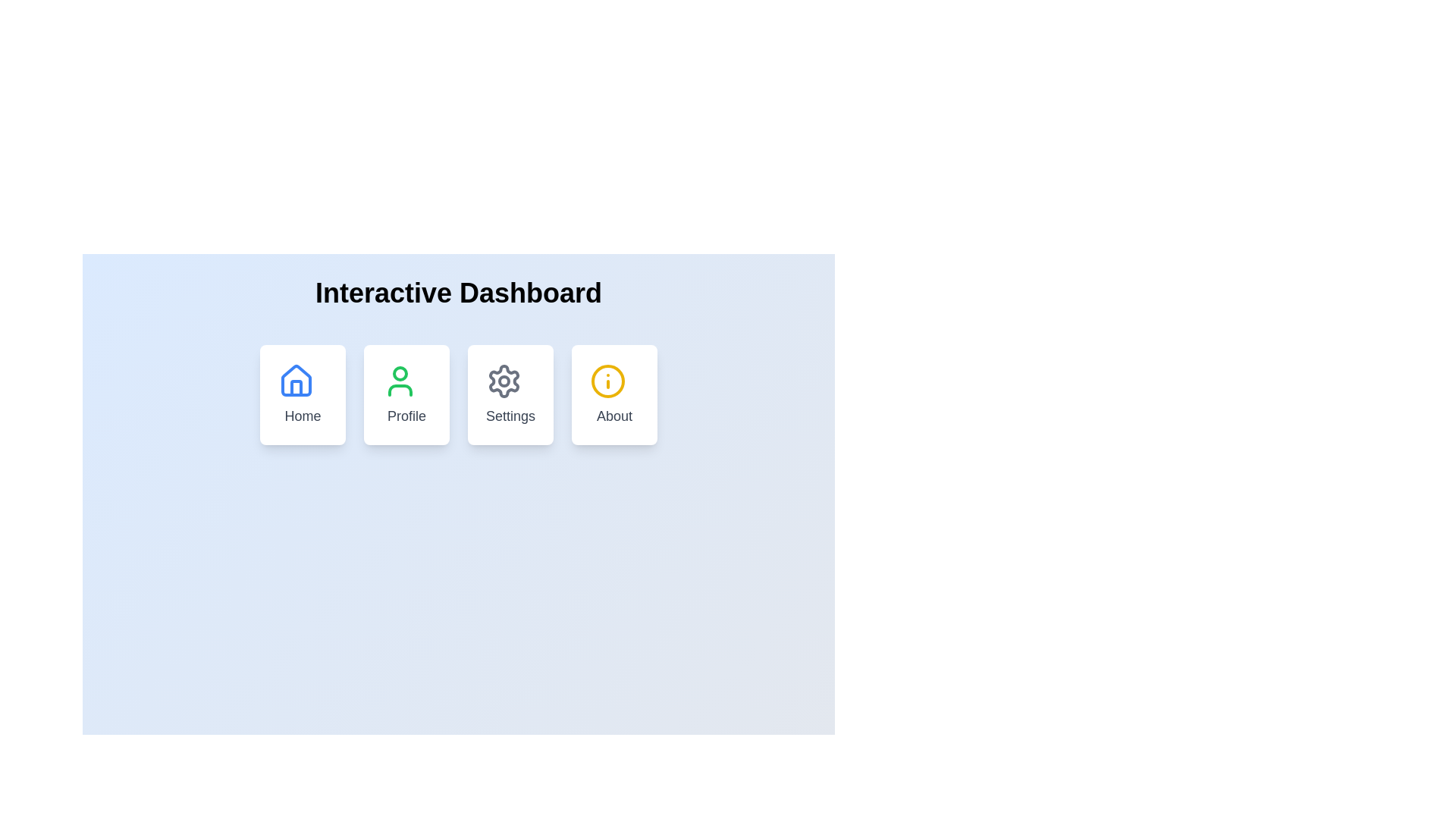  What do you see at coordinates (296, 380) in the screenshot?
I see `the house icon representing navigation on the card labeled 'Home' at the top-center of the Interactive Dashboard` at bounding box center [296, 380].